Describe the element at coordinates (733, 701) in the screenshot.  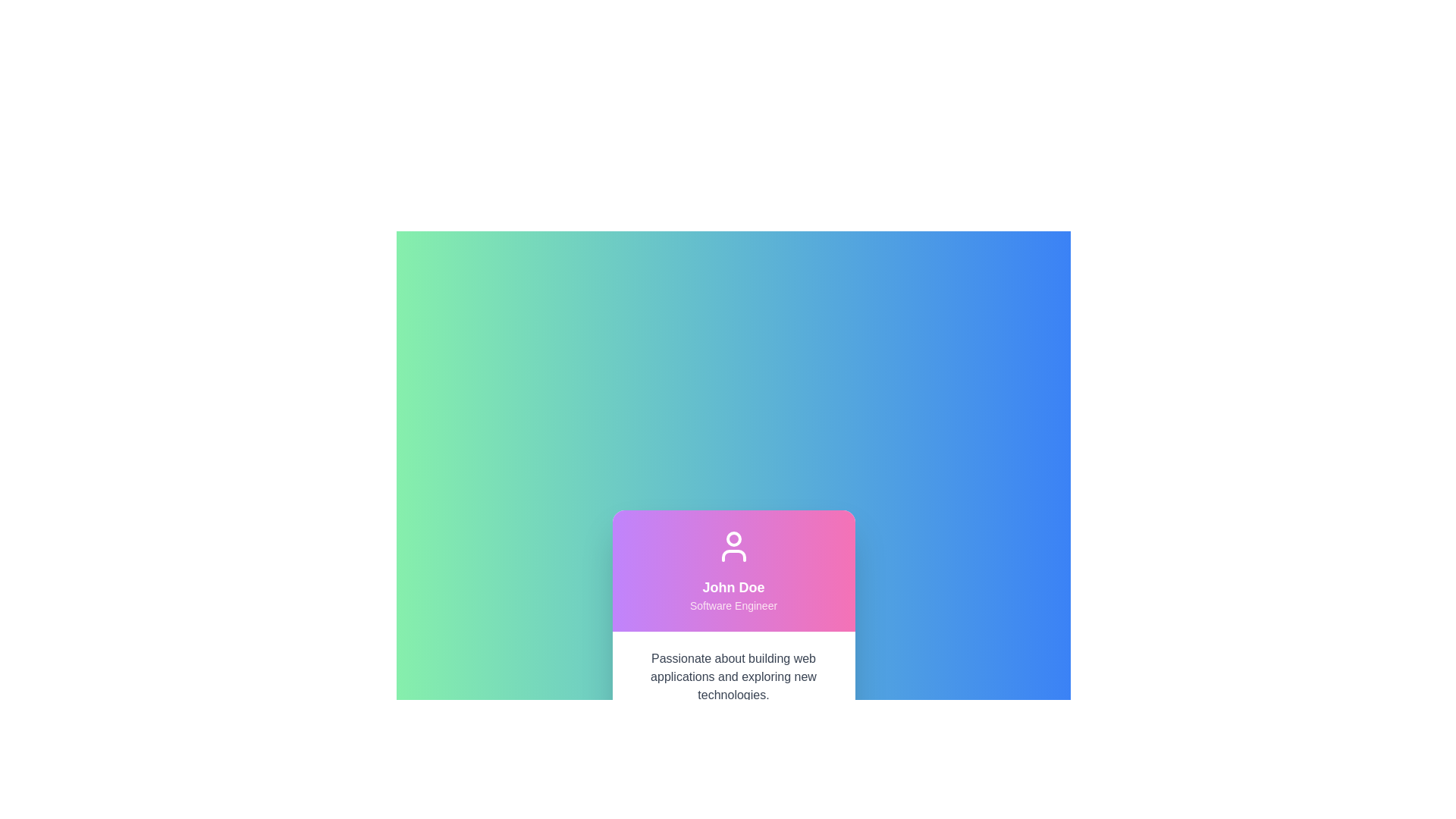
I see `text from the Text Label that contains the phrase 'Passionate about building web applications and exploring new technologies.' which is styled with gray font on a white background, located at the bottom part of a card design component` at that location.